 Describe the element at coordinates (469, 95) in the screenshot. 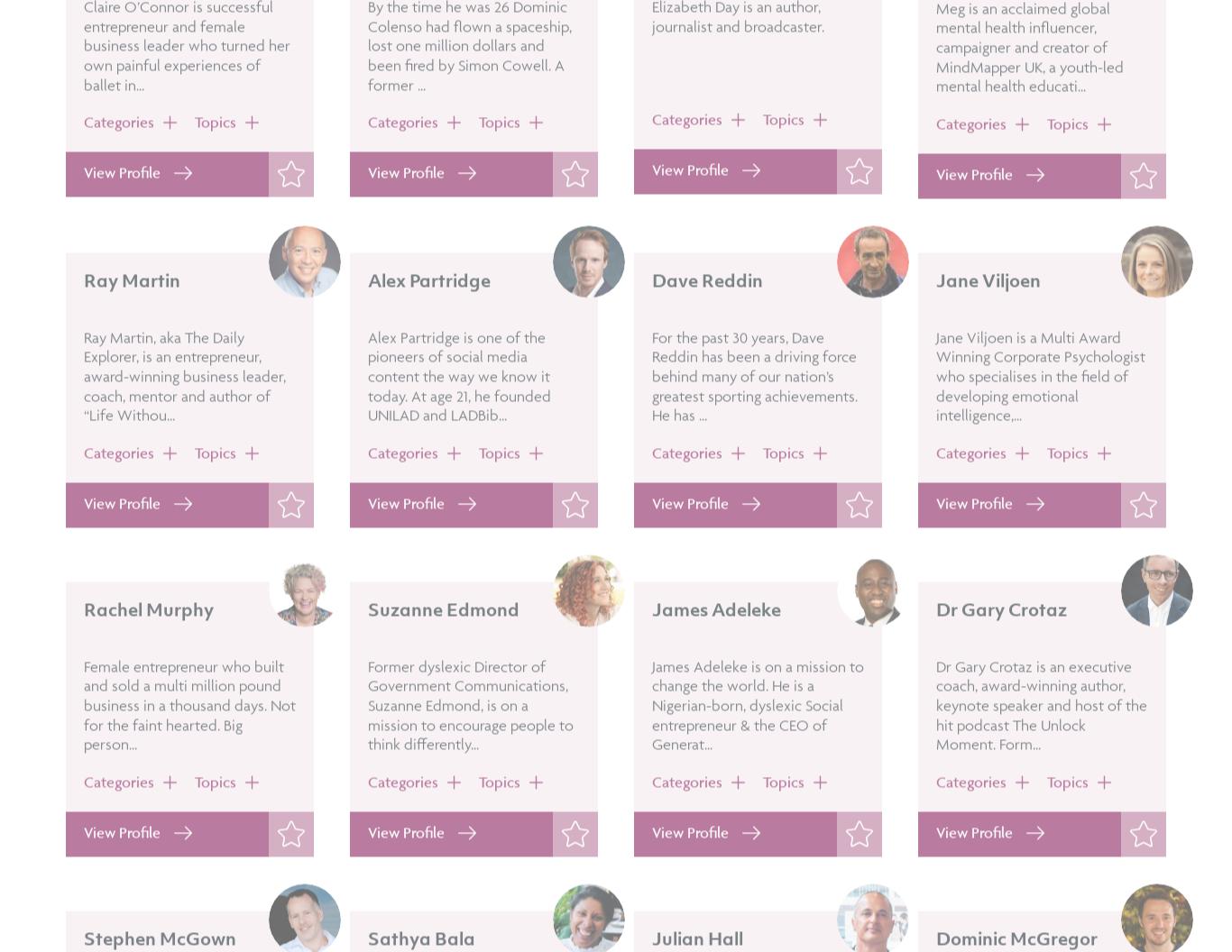

I see `'By the time he was 26 Dominic Colenso had flown a spaceship, lost one million dollars and been fired by Simon Cowell. A former ...'` at that location.